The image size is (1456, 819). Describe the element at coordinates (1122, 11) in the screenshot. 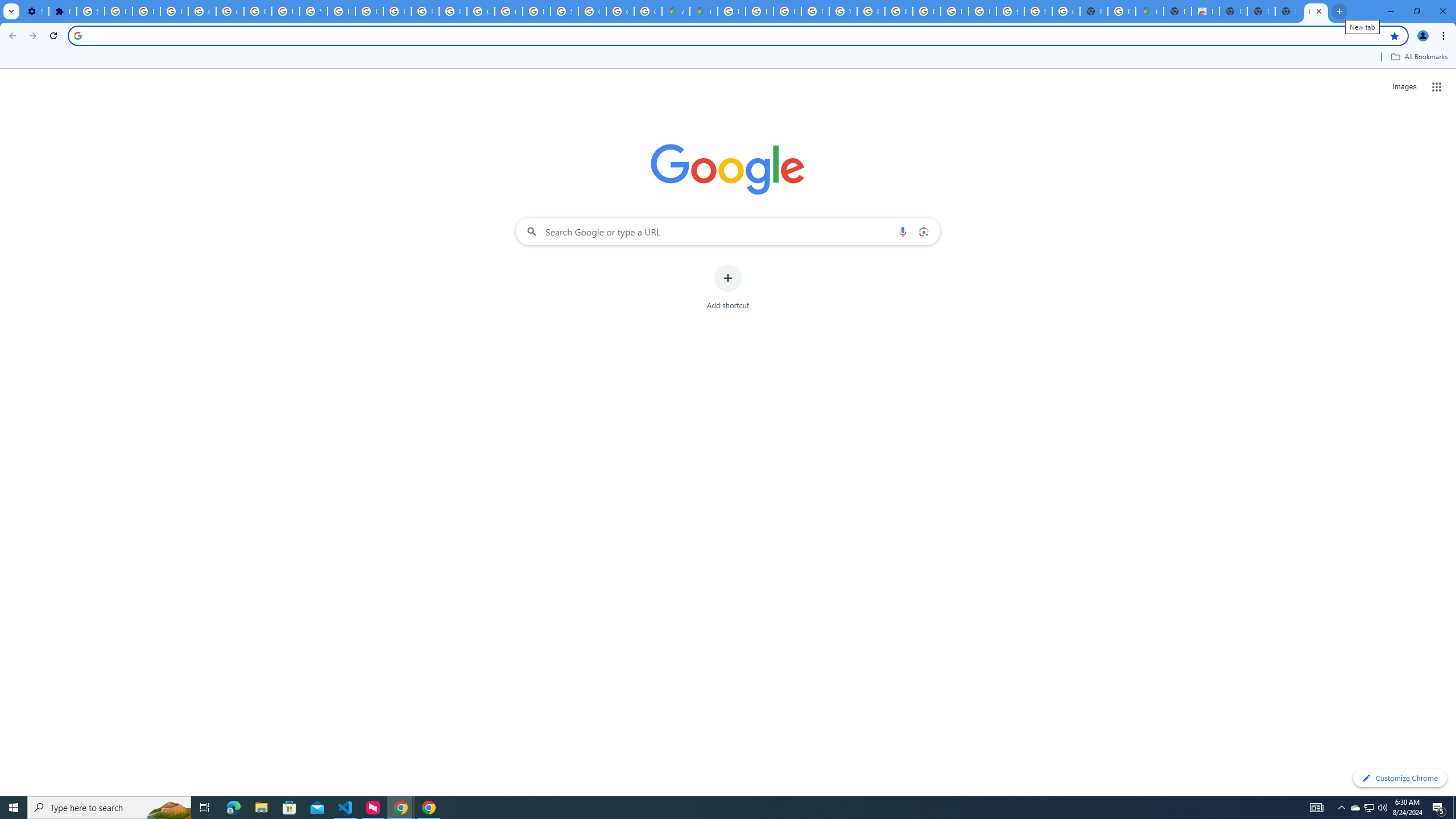

I see `'Explore new street-level details - Google Maps Help'` at that location.